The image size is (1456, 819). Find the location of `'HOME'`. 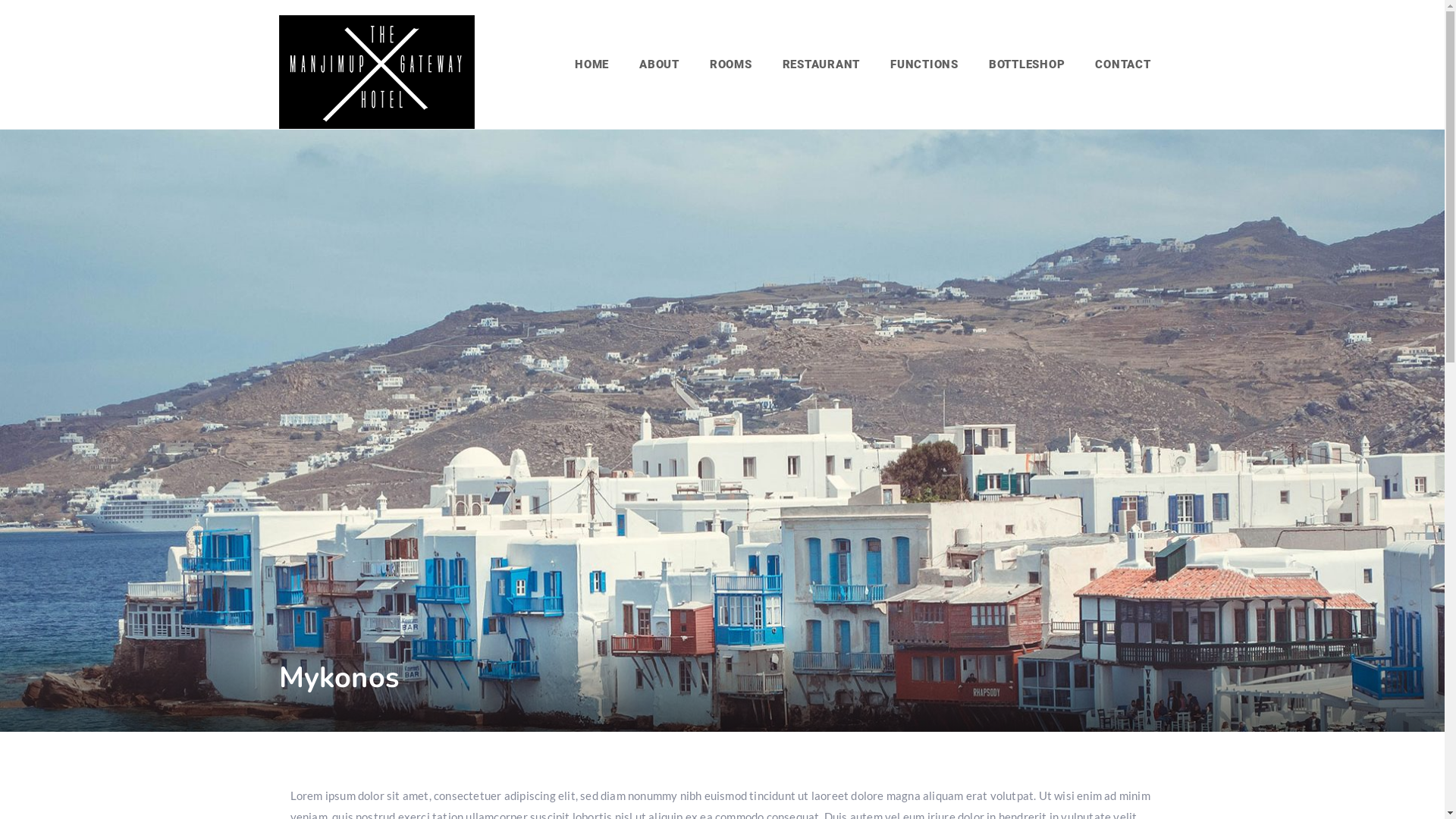

'HOME' is located at coordinates (559, 63).